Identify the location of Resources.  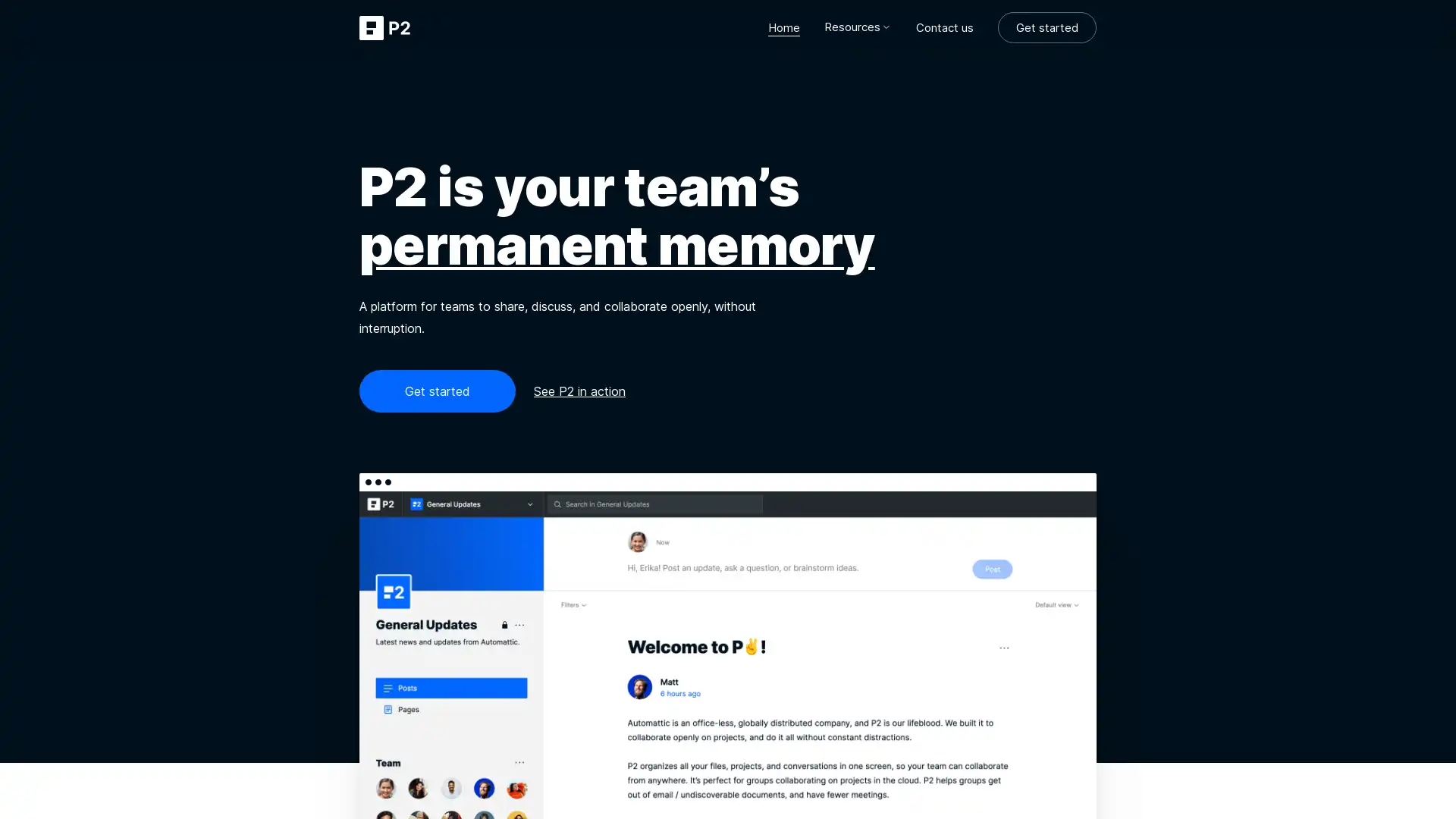
(858, 27).